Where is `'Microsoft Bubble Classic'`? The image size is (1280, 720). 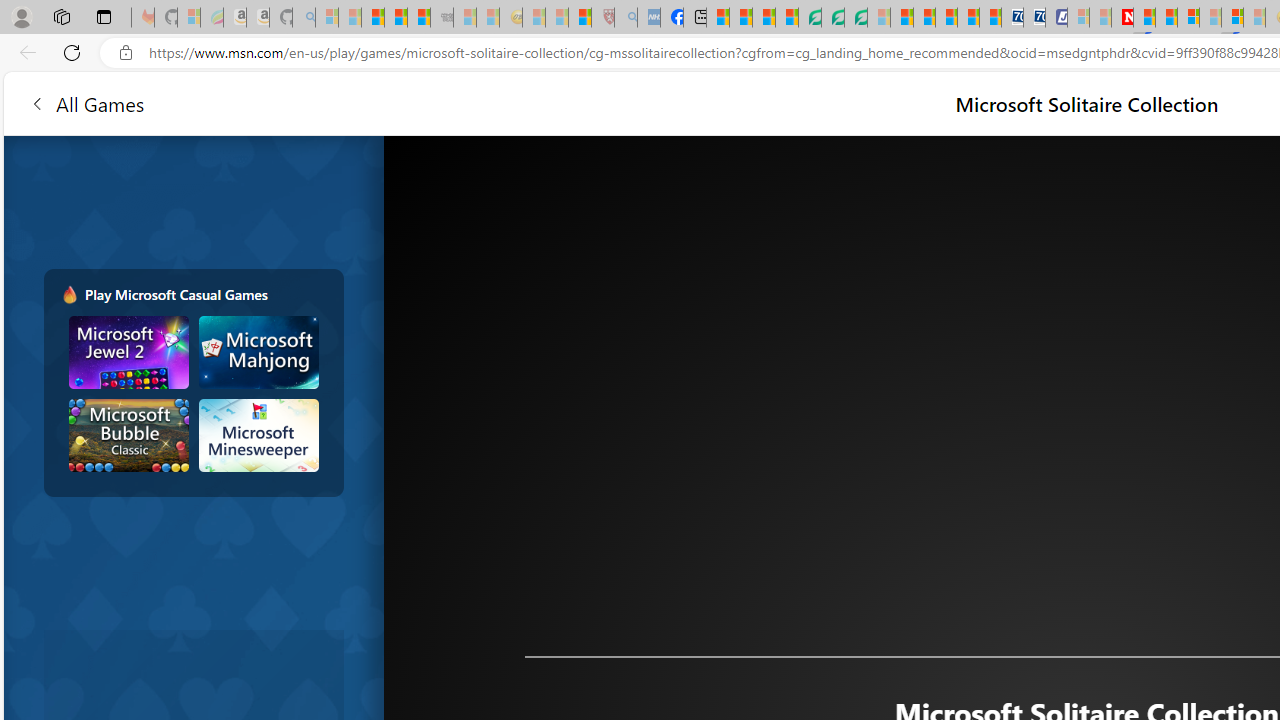
'Microsoft Bubble Classic' is located at coordinates (128, 434).